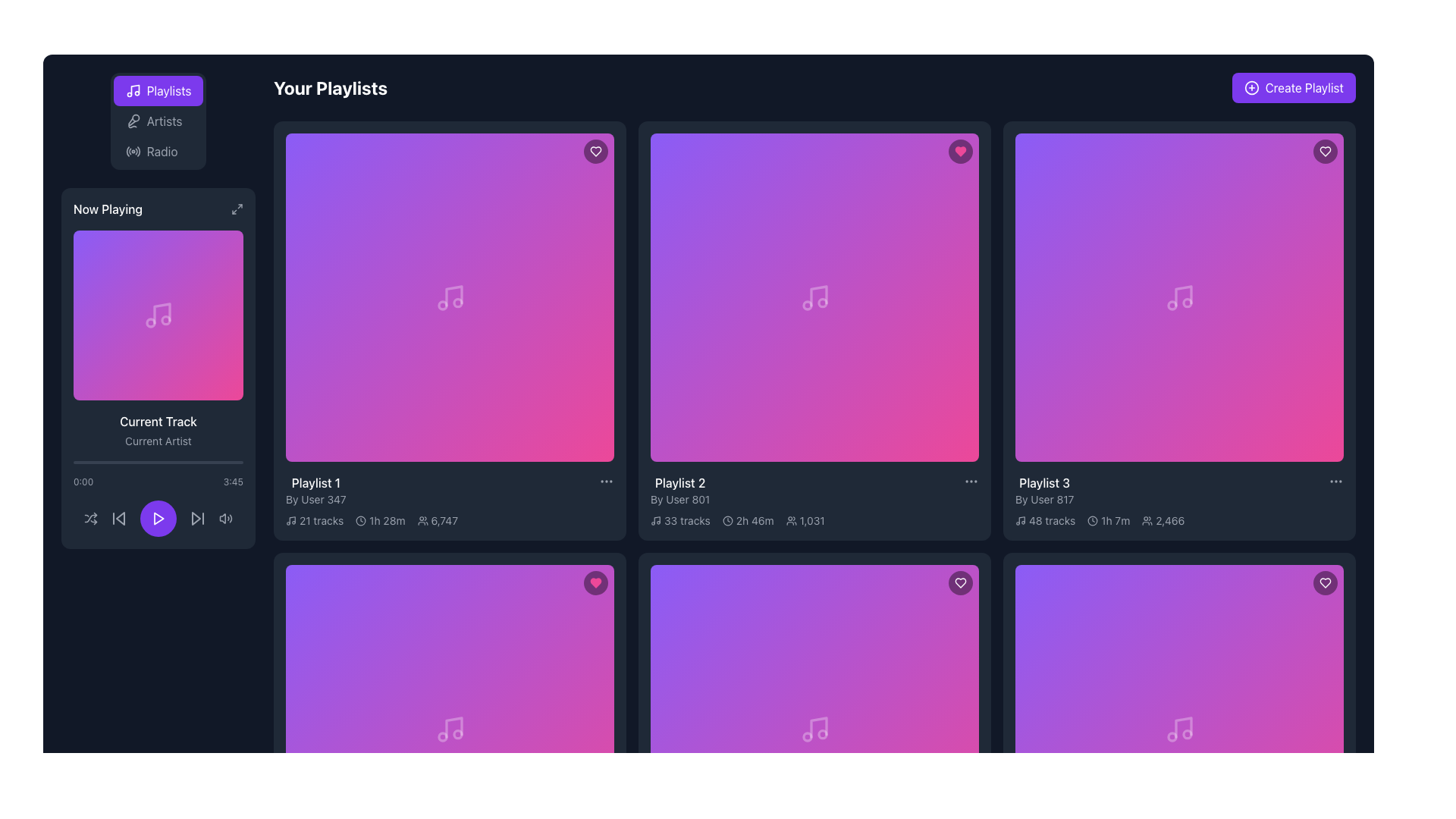 The height and width of the screenshot is (819, 1456). What do you see at coordinates (168, 90) in the screenshot?
I see `the 'Playlists' text label within the navigation button located` at bounding box center [168, 90].